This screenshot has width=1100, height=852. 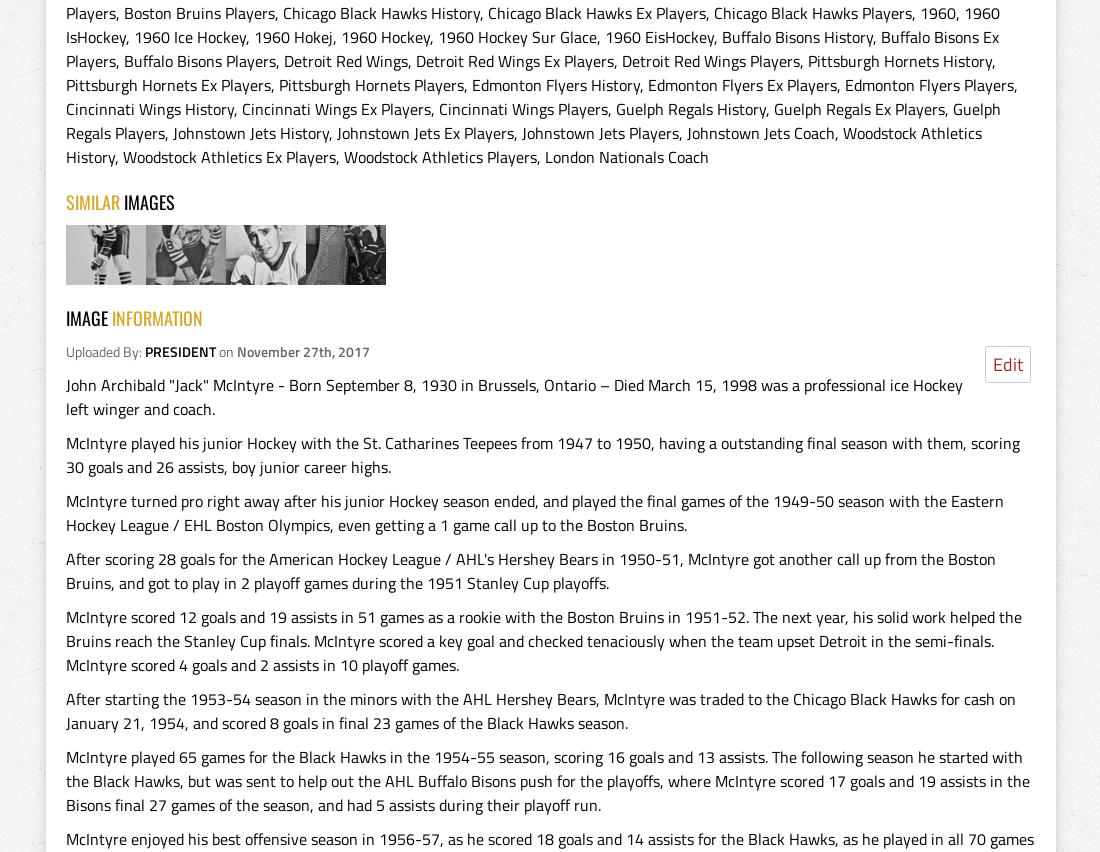 I want to click on 'PRESIDENT', so click(x=179, y=351).